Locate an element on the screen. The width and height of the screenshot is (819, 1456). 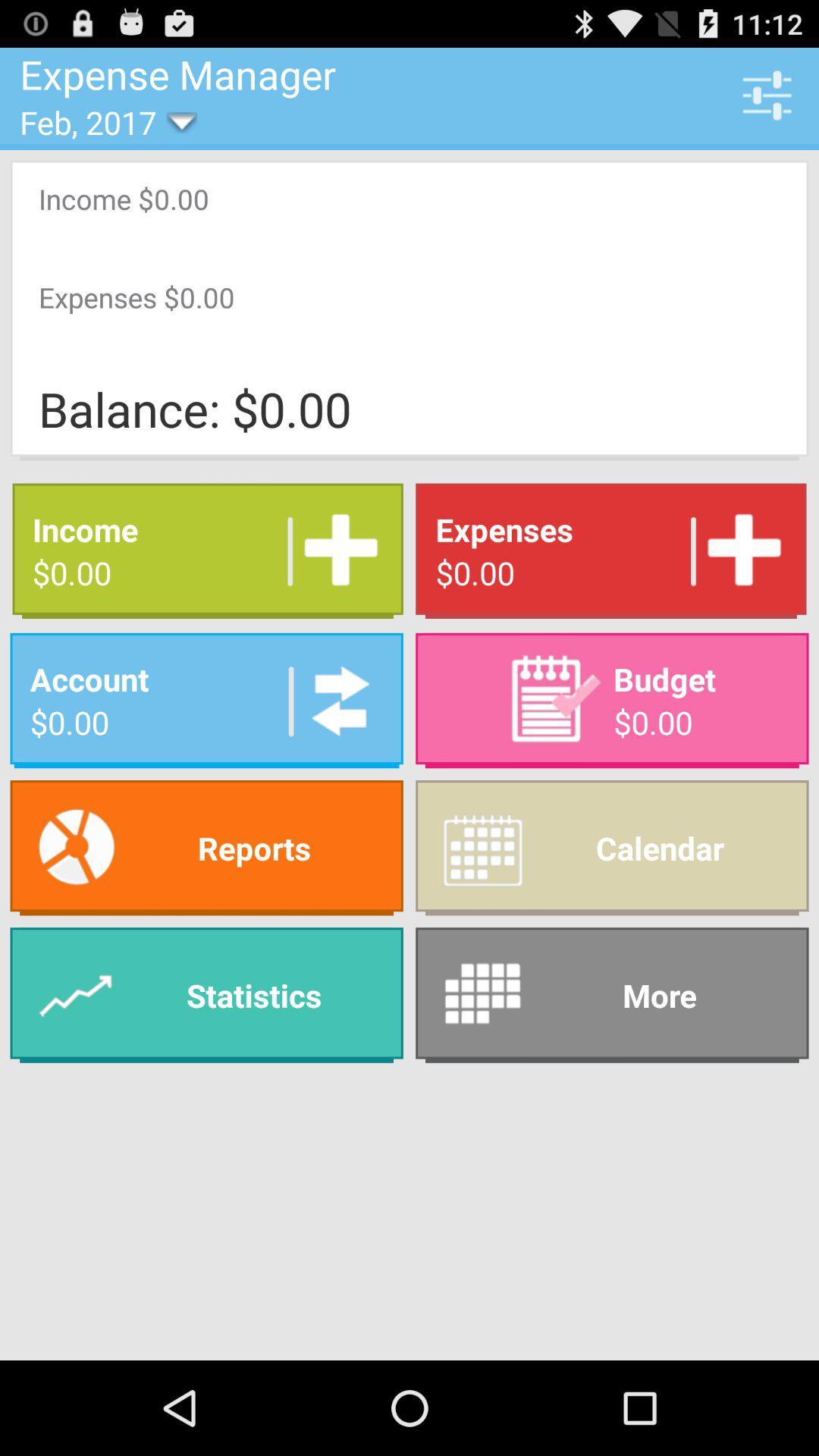
the sliders icon is located at coordinates (767, 101).